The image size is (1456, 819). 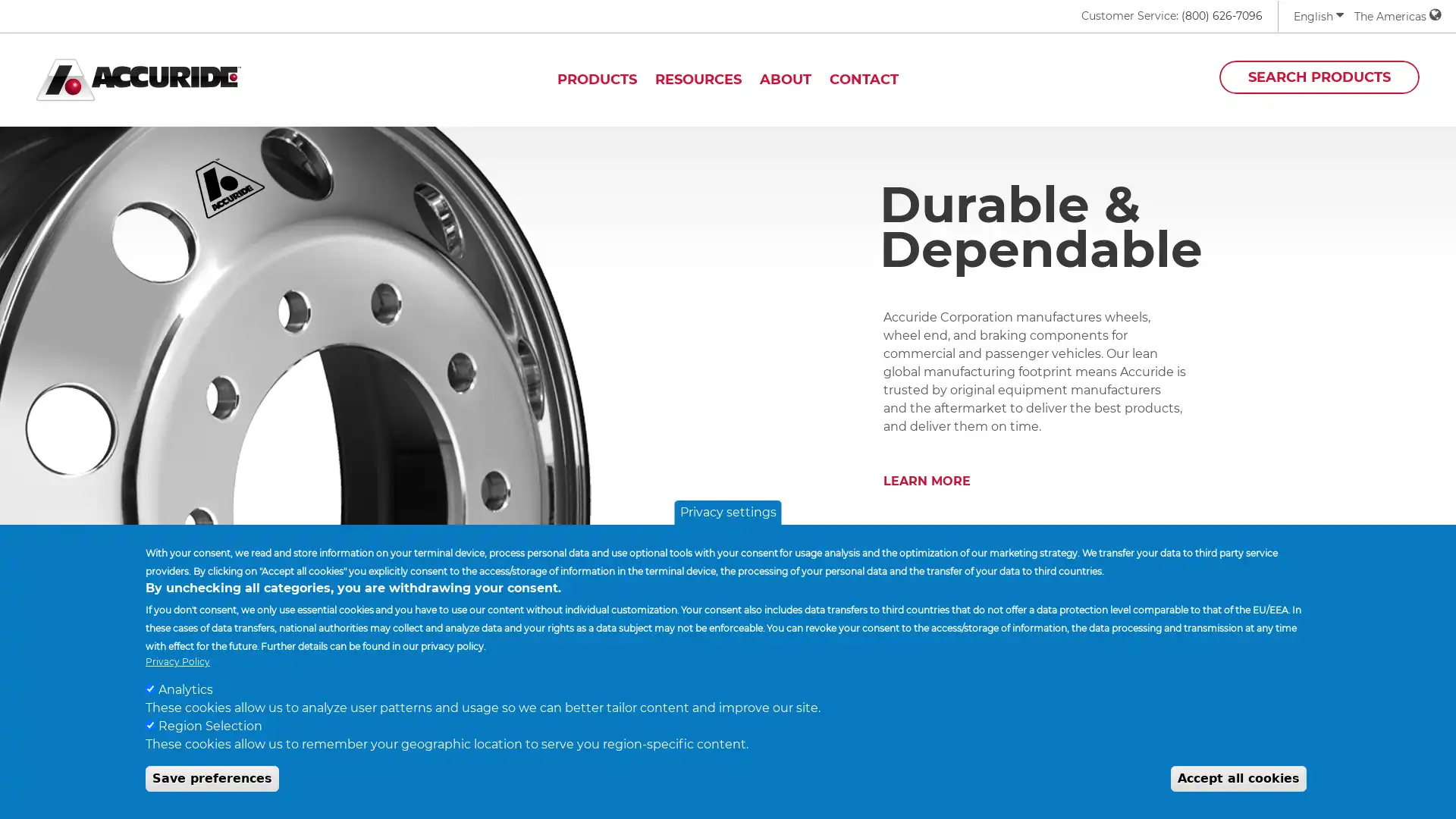 I want to click on Save preferences, so click(x=211, y=778).